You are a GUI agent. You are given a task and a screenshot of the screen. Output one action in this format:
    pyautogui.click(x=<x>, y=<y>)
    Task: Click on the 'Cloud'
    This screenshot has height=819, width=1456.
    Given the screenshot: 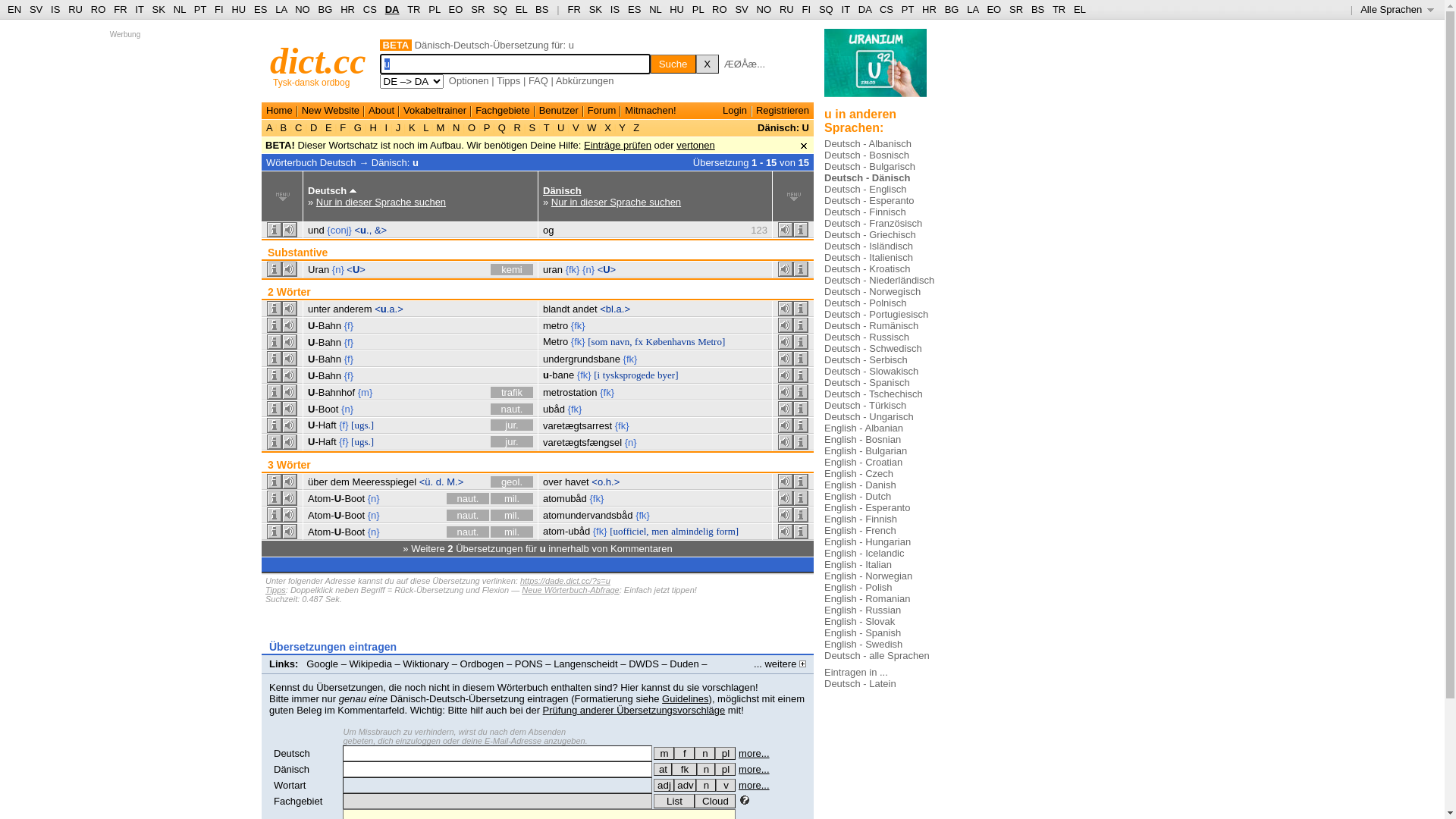 What is the action you would take?
    pyautogui.click(x=714, y=800)
    